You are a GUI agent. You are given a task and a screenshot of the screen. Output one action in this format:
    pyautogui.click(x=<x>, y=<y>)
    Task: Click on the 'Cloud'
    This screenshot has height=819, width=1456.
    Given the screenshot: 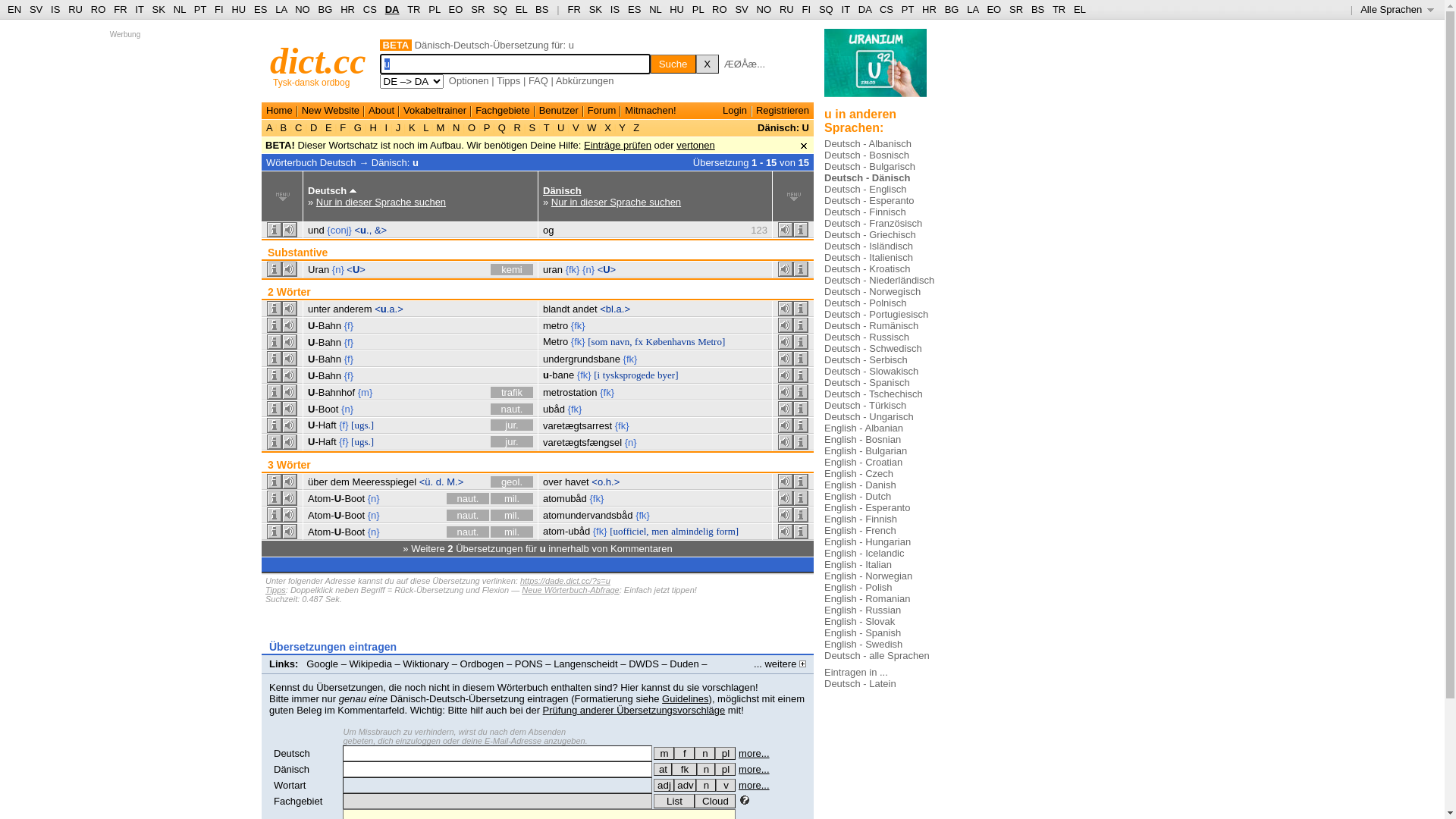 What is the action you would take?
    pyautogui.click(x=714, y=800)
    